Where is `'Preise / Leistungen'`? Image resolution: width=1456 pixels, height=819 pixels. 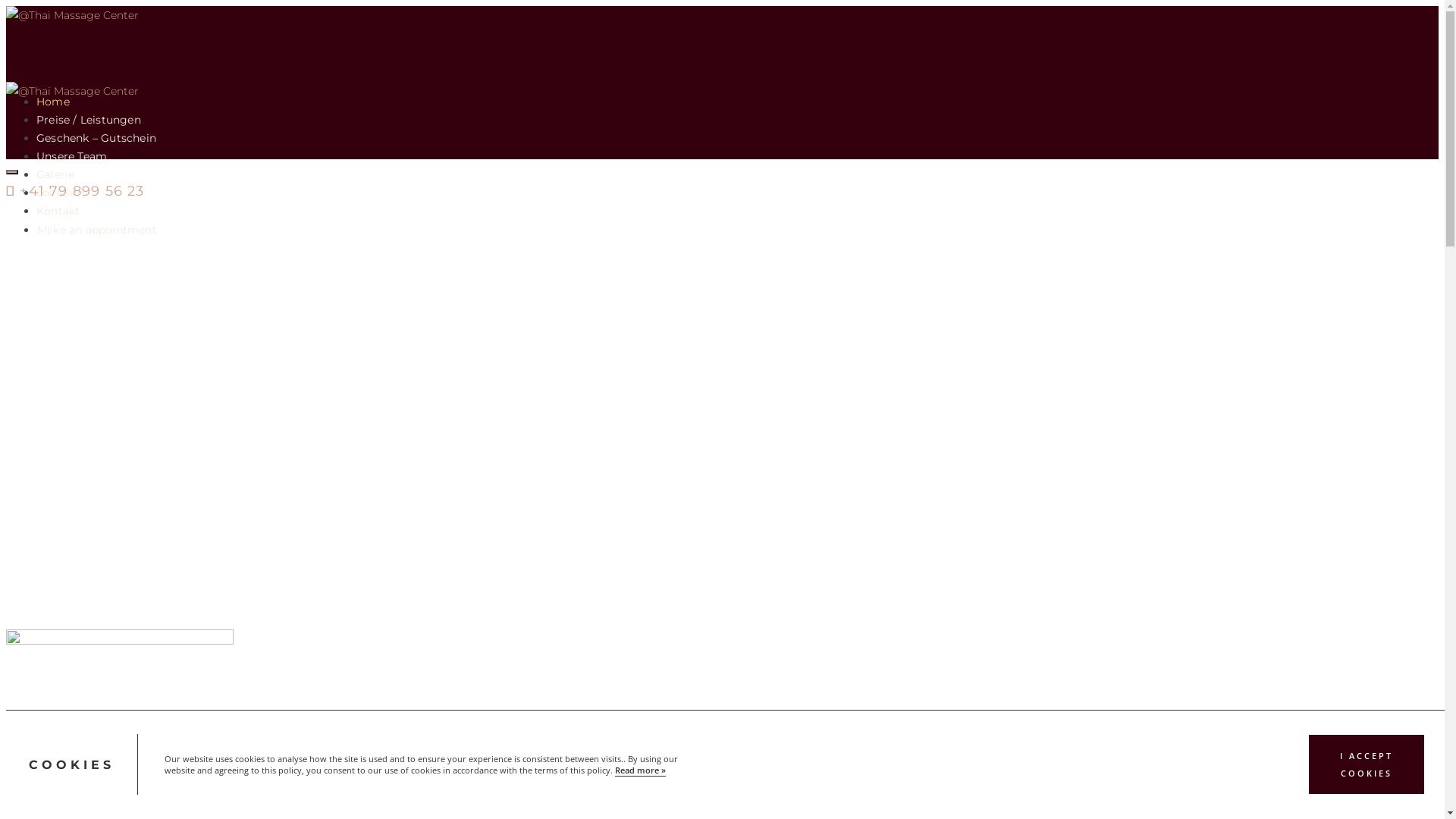 'Preise / Leistungen' is located at coordinates (36, 119).